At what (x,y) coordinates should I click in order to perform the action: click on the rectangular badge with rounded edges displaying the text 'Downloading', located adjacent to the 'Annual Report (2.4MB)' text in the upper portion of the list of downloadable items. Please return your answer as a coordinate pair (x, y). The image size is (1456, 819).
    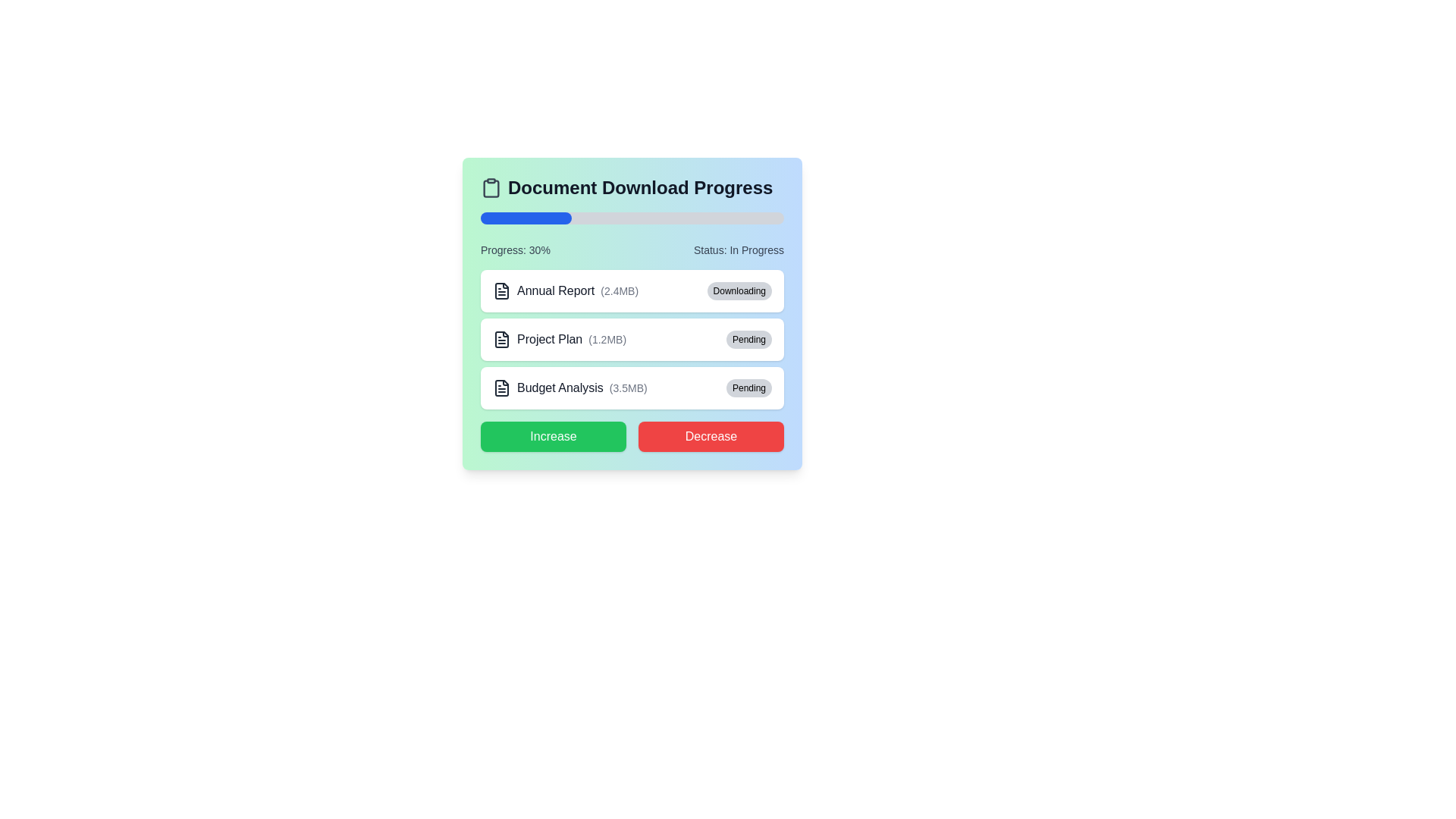
    Looking at the image, I should click on (739, 291).